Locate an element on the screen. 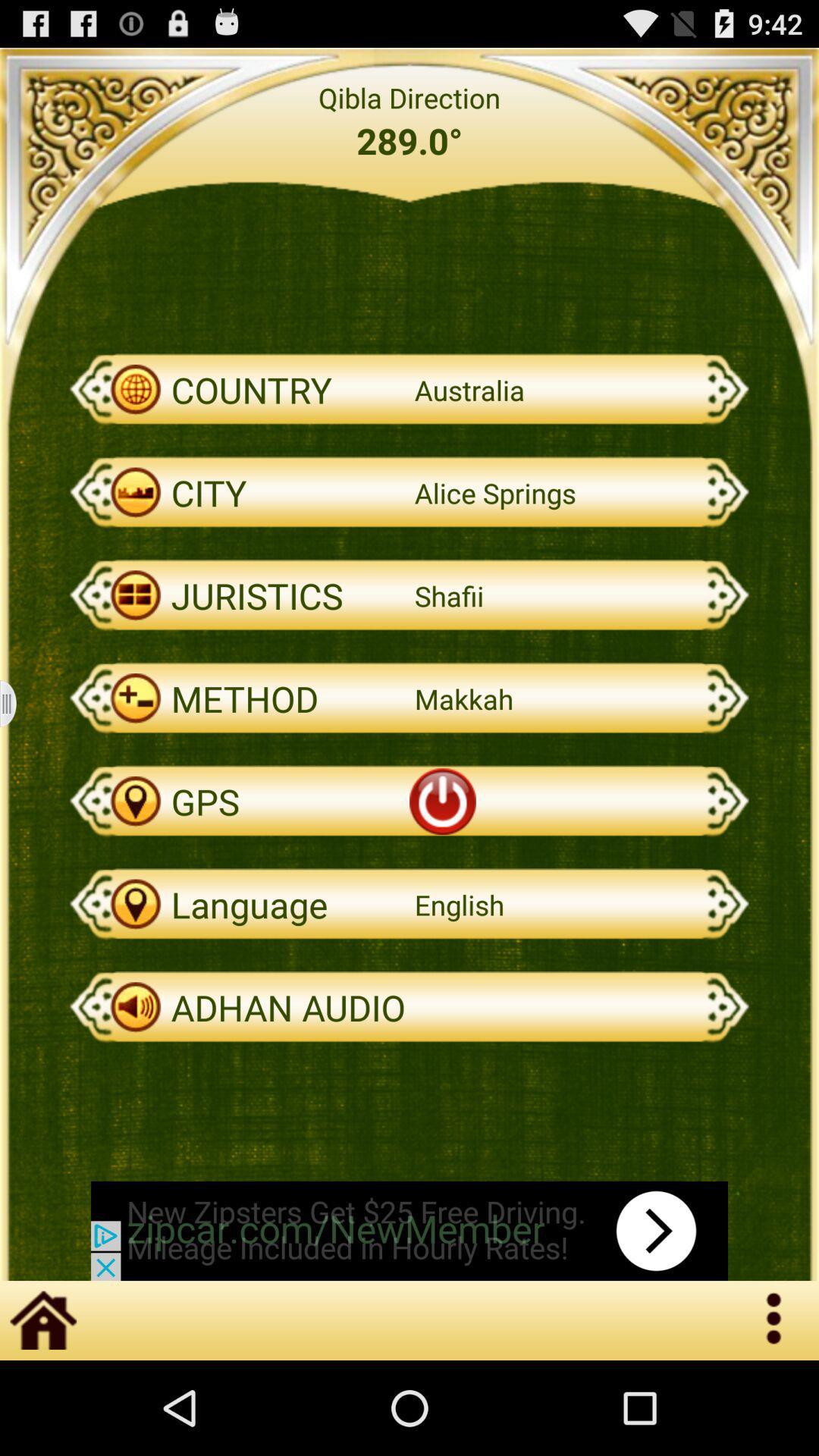 The image size is (819, 1456). advertisements website is located at coordinates (409, 1231).